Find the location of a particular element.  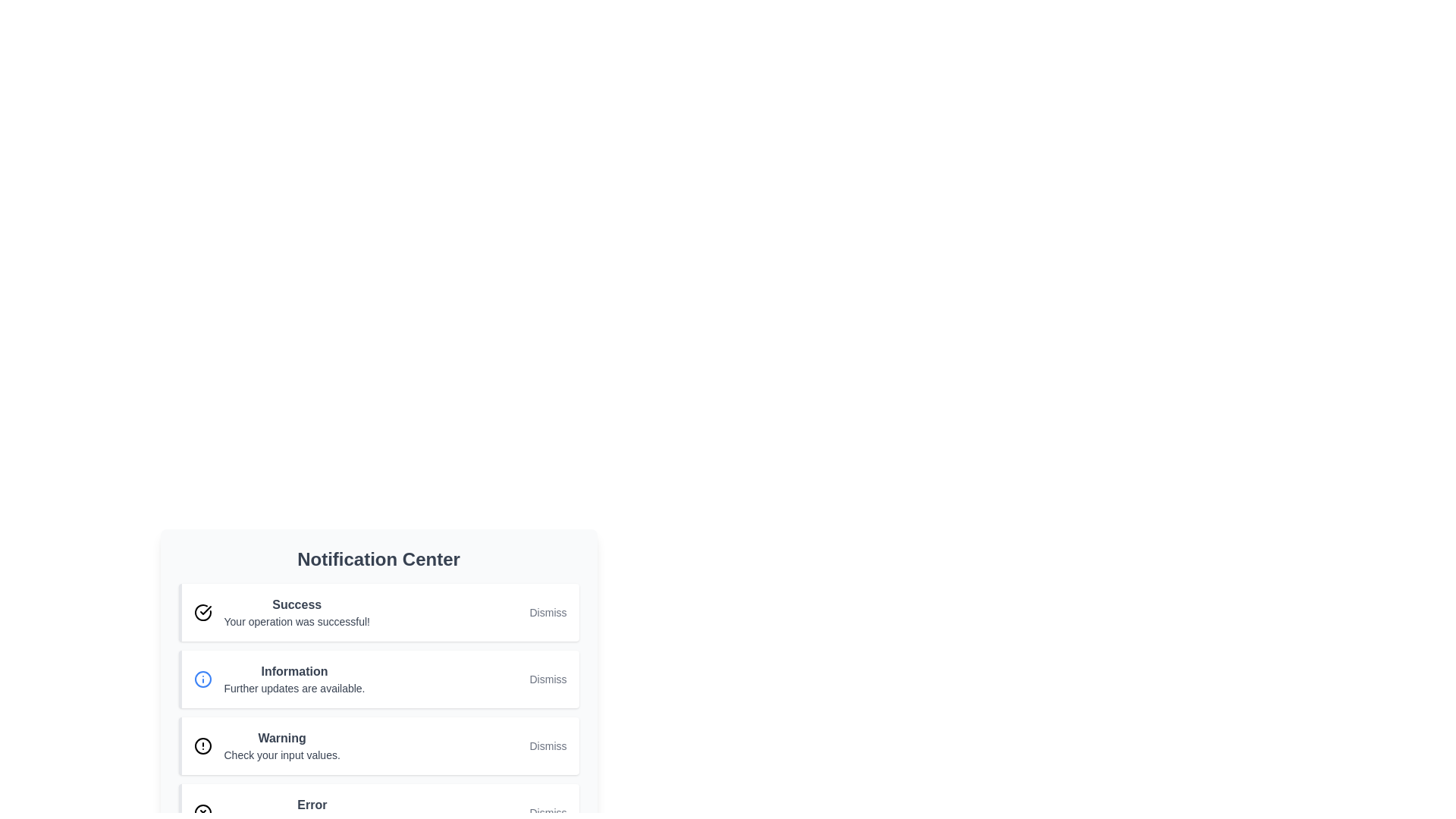

the 'Warning' notification displaying 'Check your input values.' in the Notification Center is located at coordinates (282, 745).